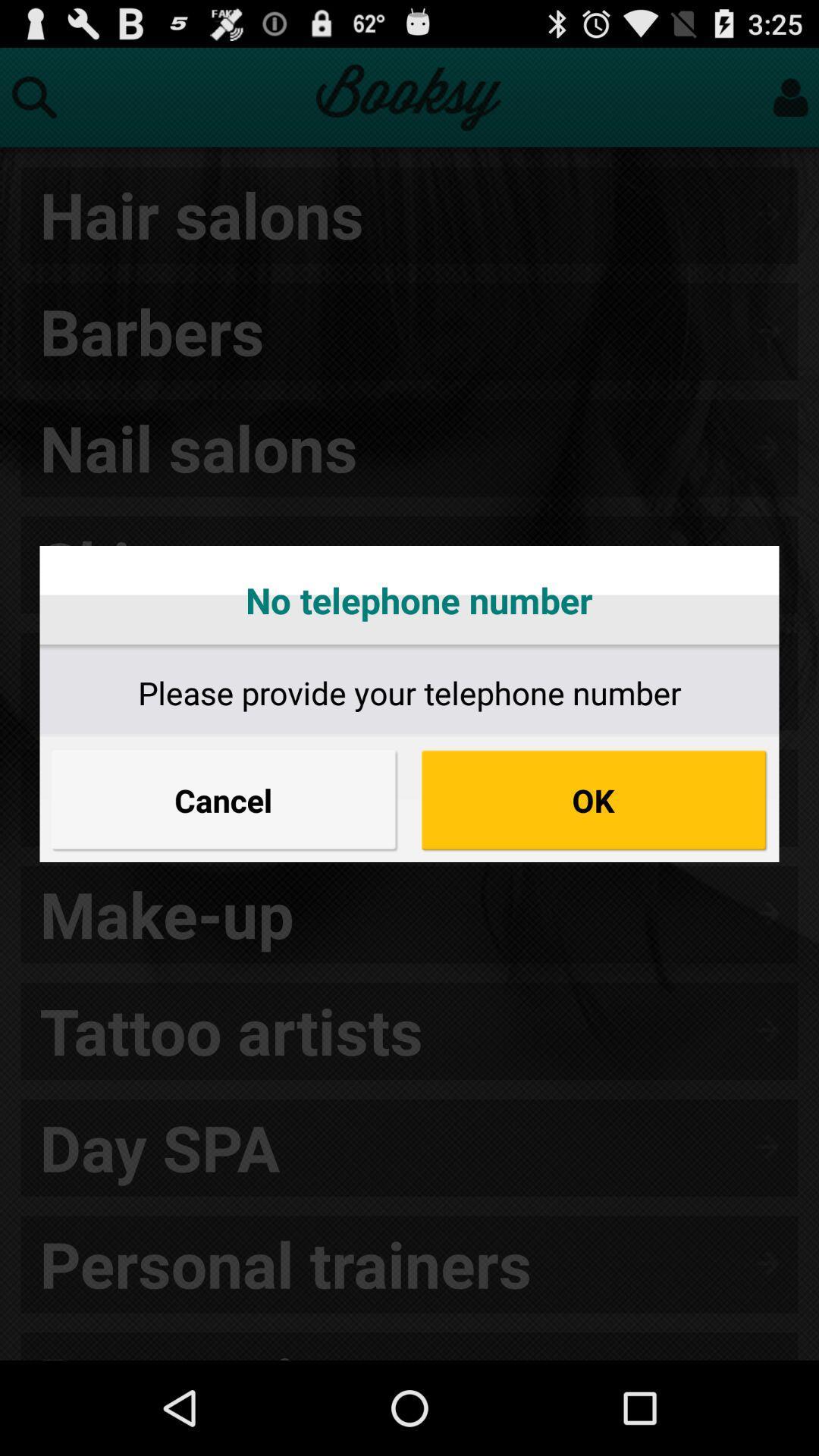 The image size is (819, 1456). I want to click on the button next to ok, so click(224, 799).